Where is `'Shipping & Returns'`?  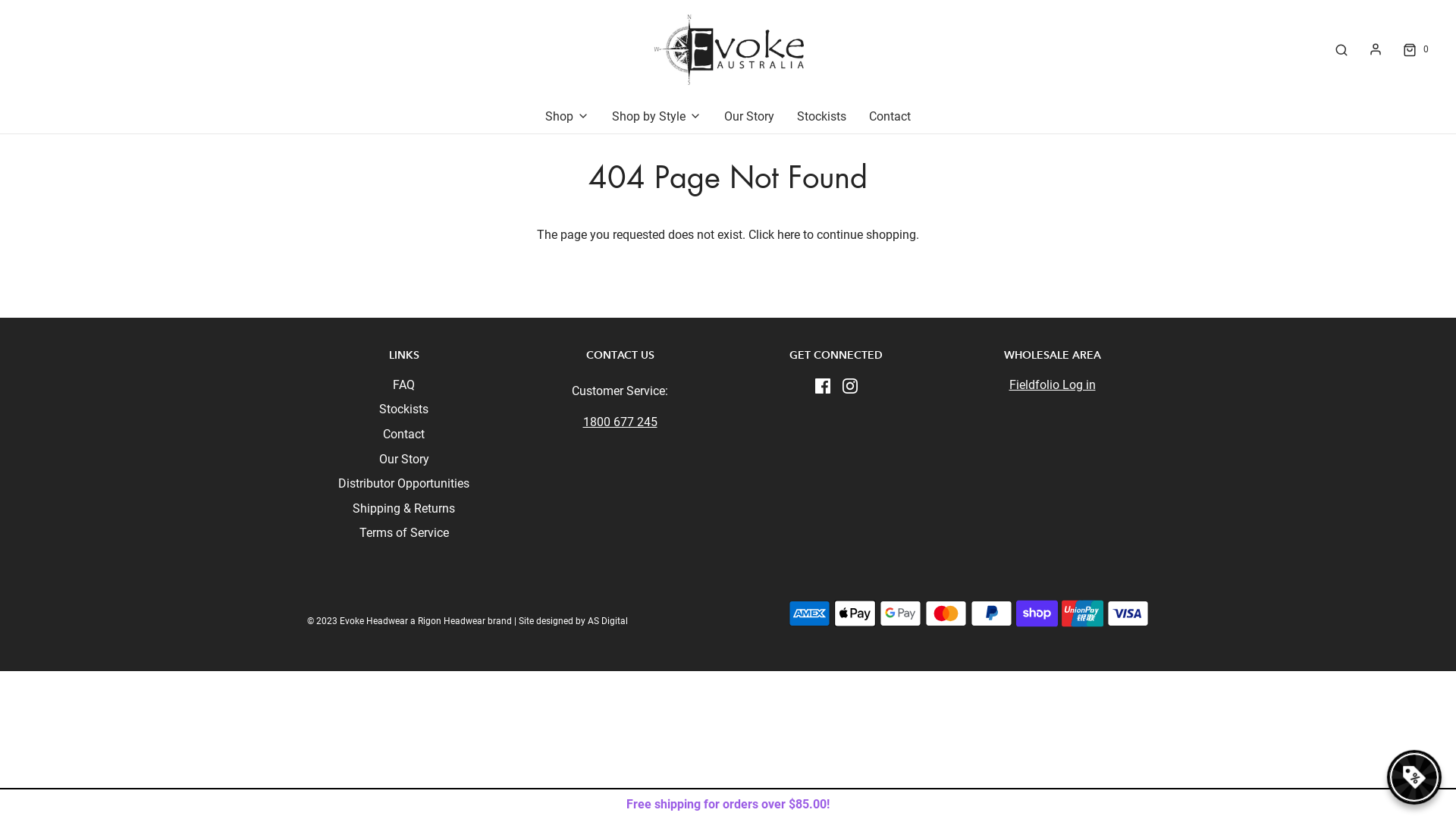
'Shipping & Returns' is located at coordinates (403, 511).